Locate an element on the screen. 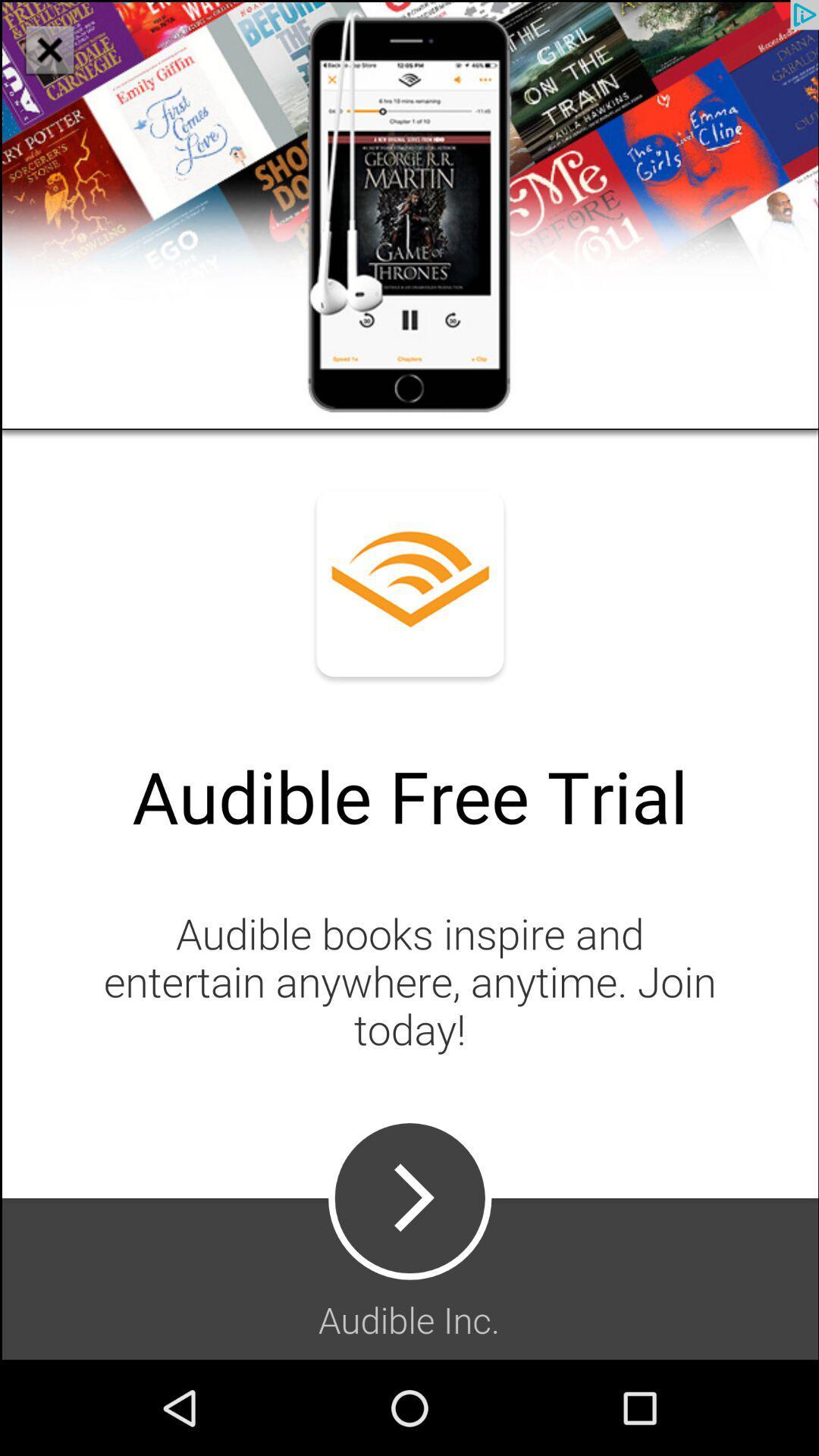 This screenshot has height=1456, width=819. the close icon is located at coordinates (58, 63).